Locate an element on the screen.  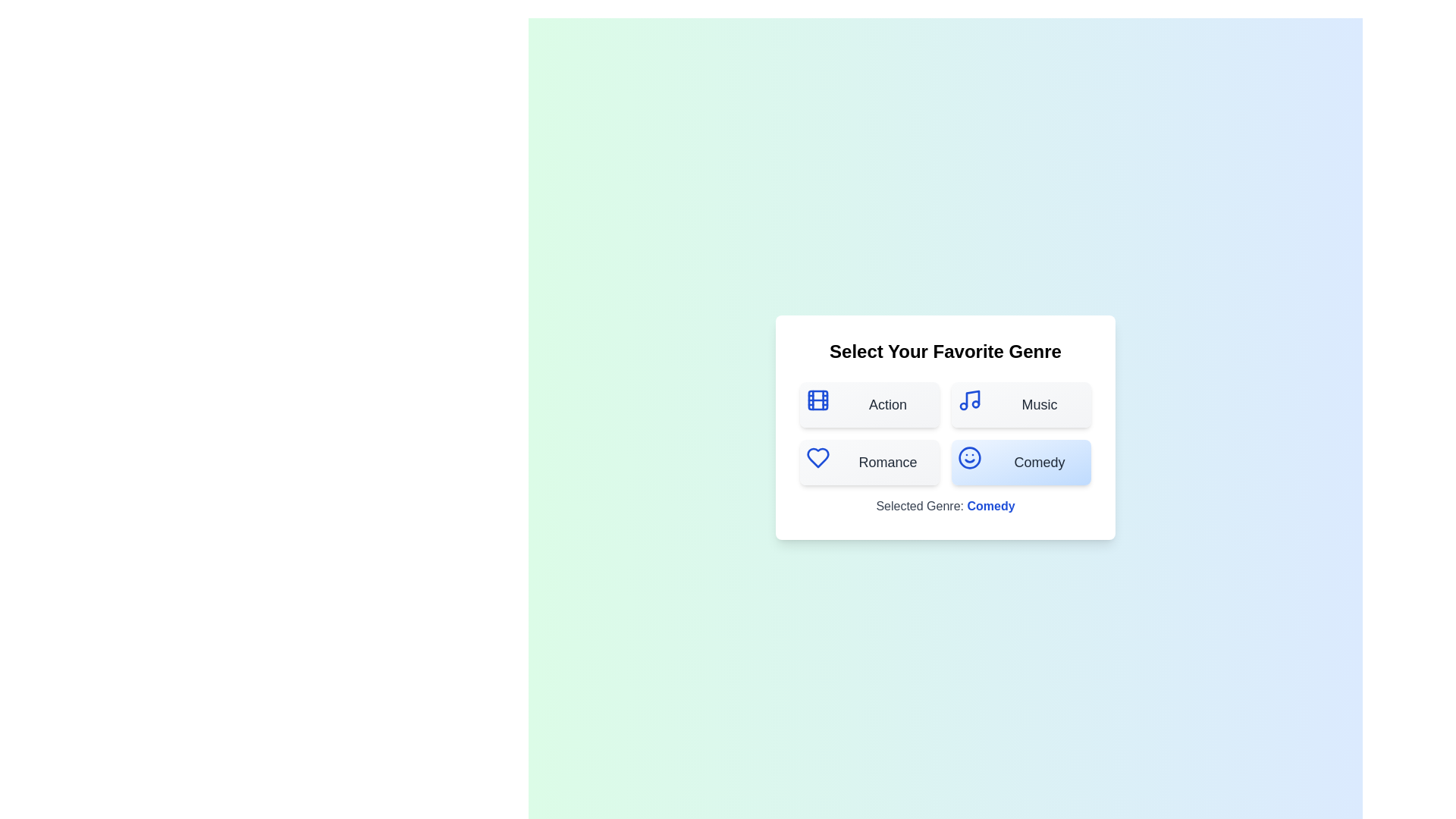
the 'Comedy' genre button located in the bottom-right position of the genre grid is located at coordinates (1021, 461).